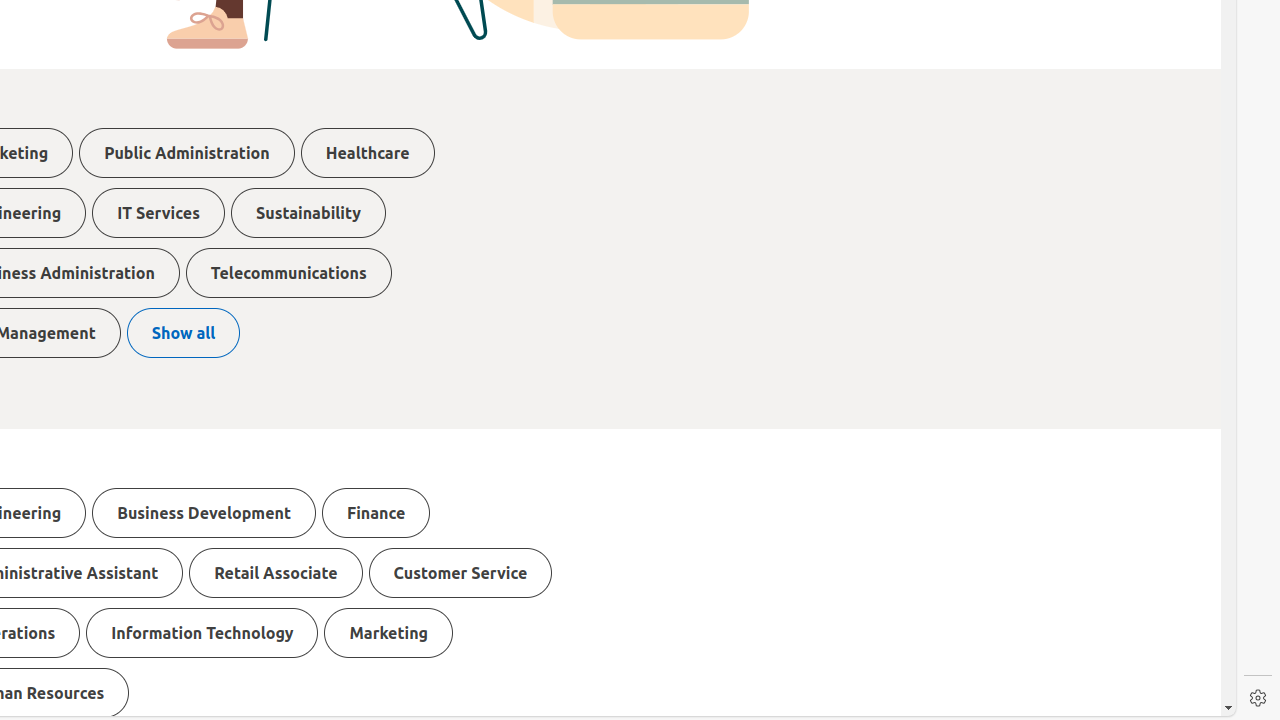 The image size is (1280, 720). Describe the element at coordinates (376, 512) in the screenshot. I see `'Finance'` at that location.